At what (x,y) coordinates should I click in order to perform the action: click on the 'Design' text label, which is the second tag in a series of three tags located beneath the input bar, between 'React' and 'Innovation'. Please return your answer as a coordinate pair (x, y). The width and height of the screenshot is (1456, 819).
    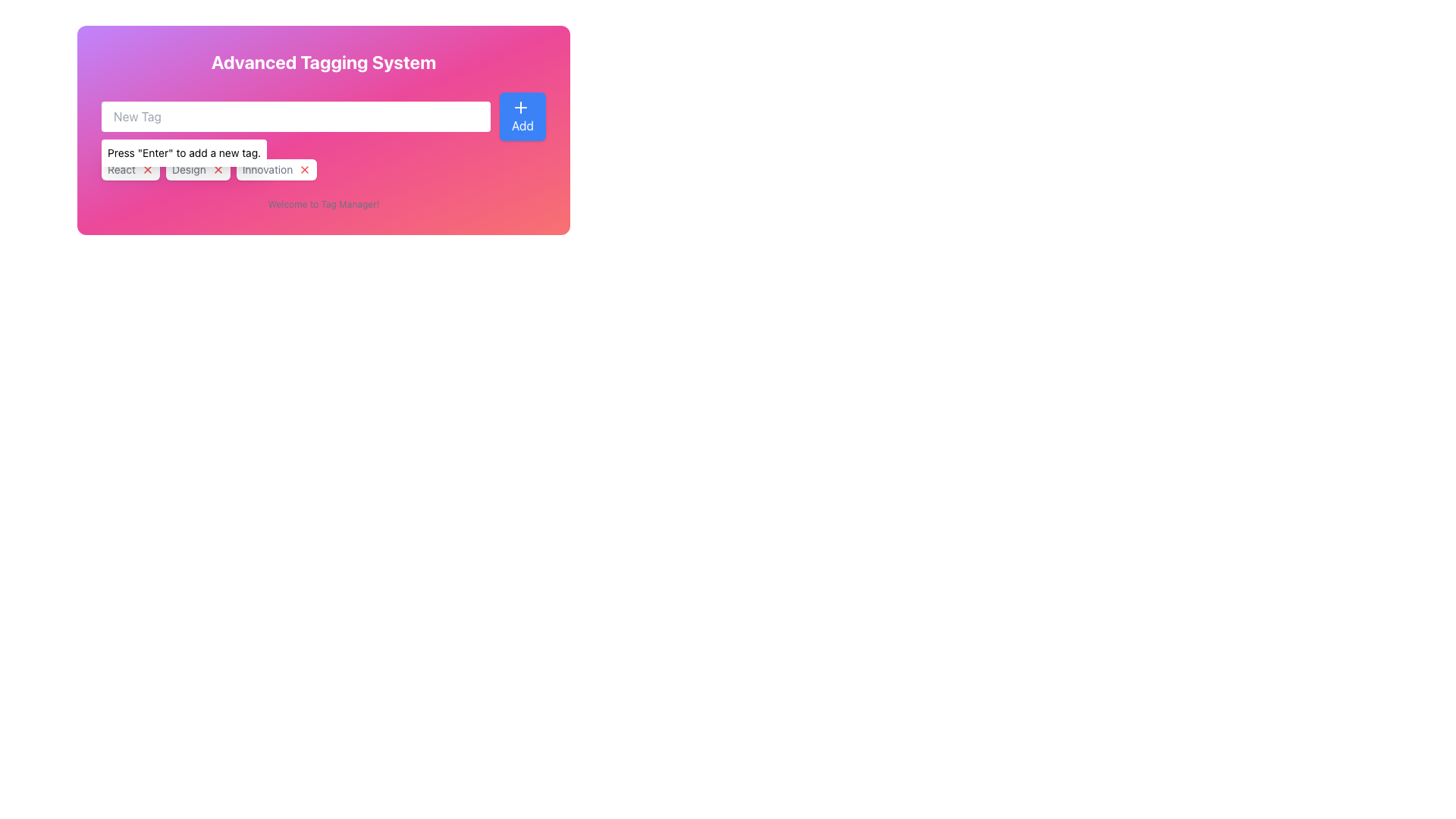
    Looking at the image, I should click on (188, 169).